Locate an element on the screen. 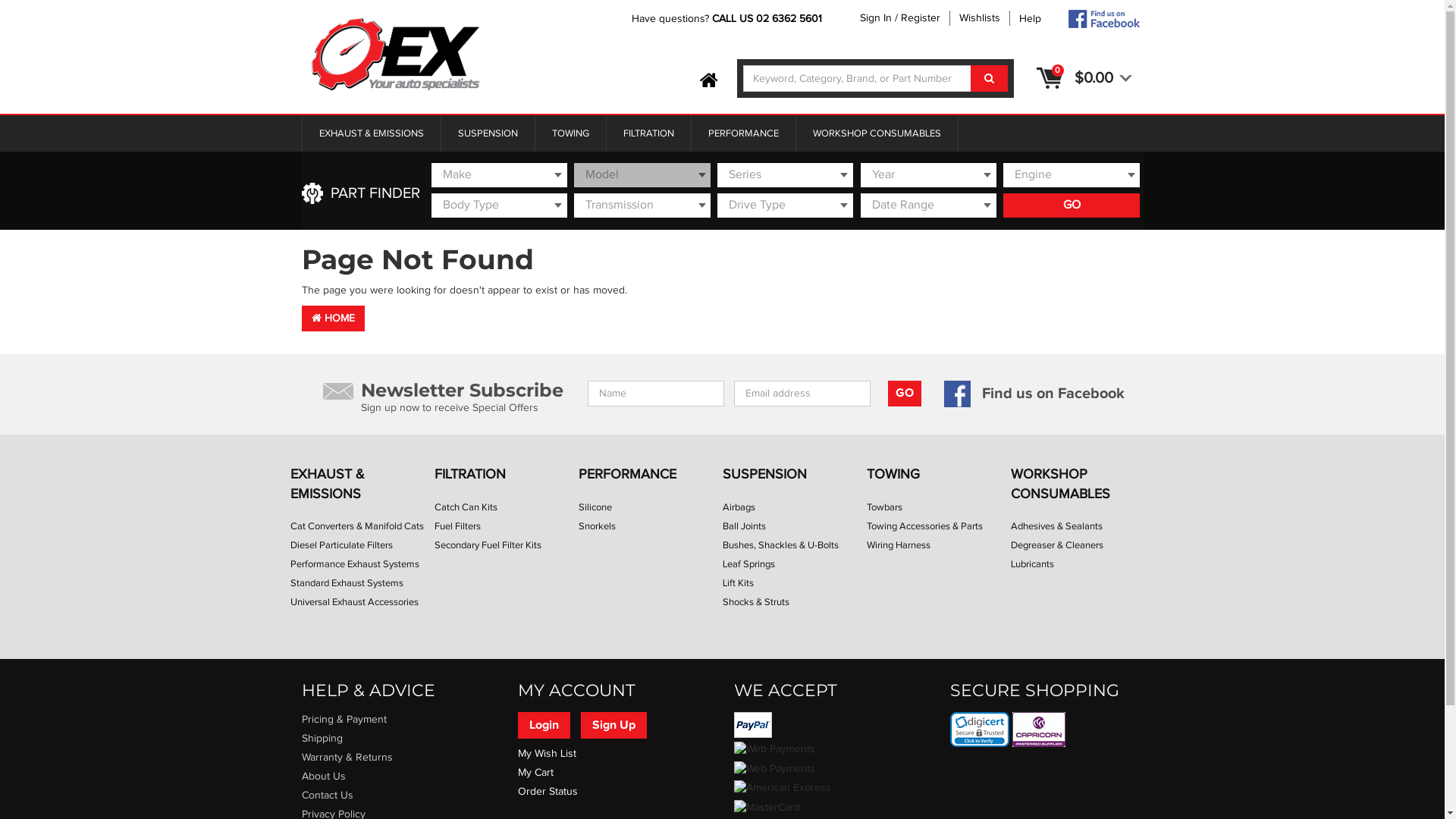 The image size is (1456, 819). 'My Wish List' is located at coordinates (546, 754).